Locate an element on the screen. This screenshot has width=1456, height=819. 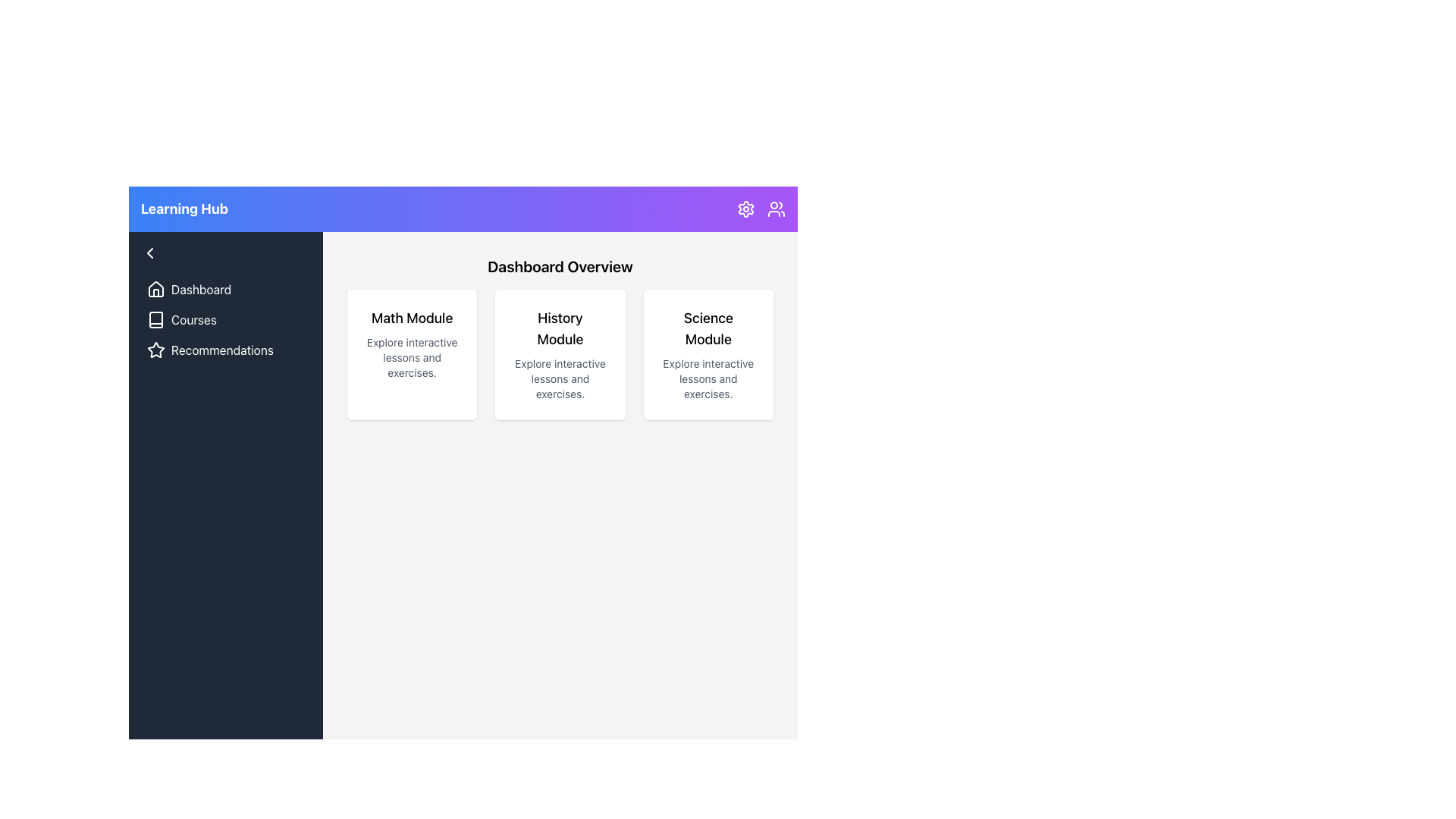
the leftmost informational card in the Dashboard Overview section is located at coordinates (412, 354).